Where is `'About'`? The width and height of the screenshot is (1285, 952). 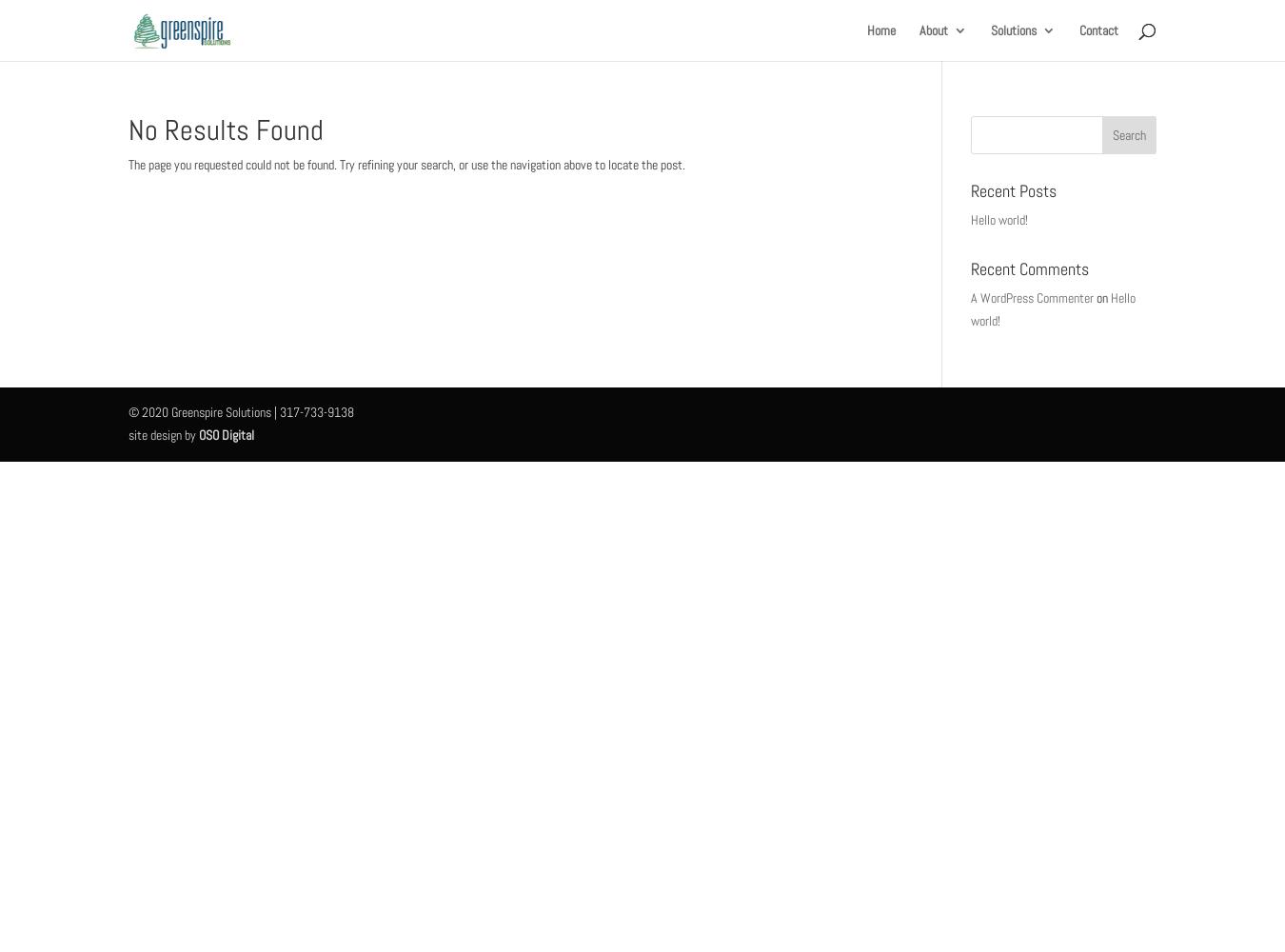 'About' is located at coordinates (933, 30).